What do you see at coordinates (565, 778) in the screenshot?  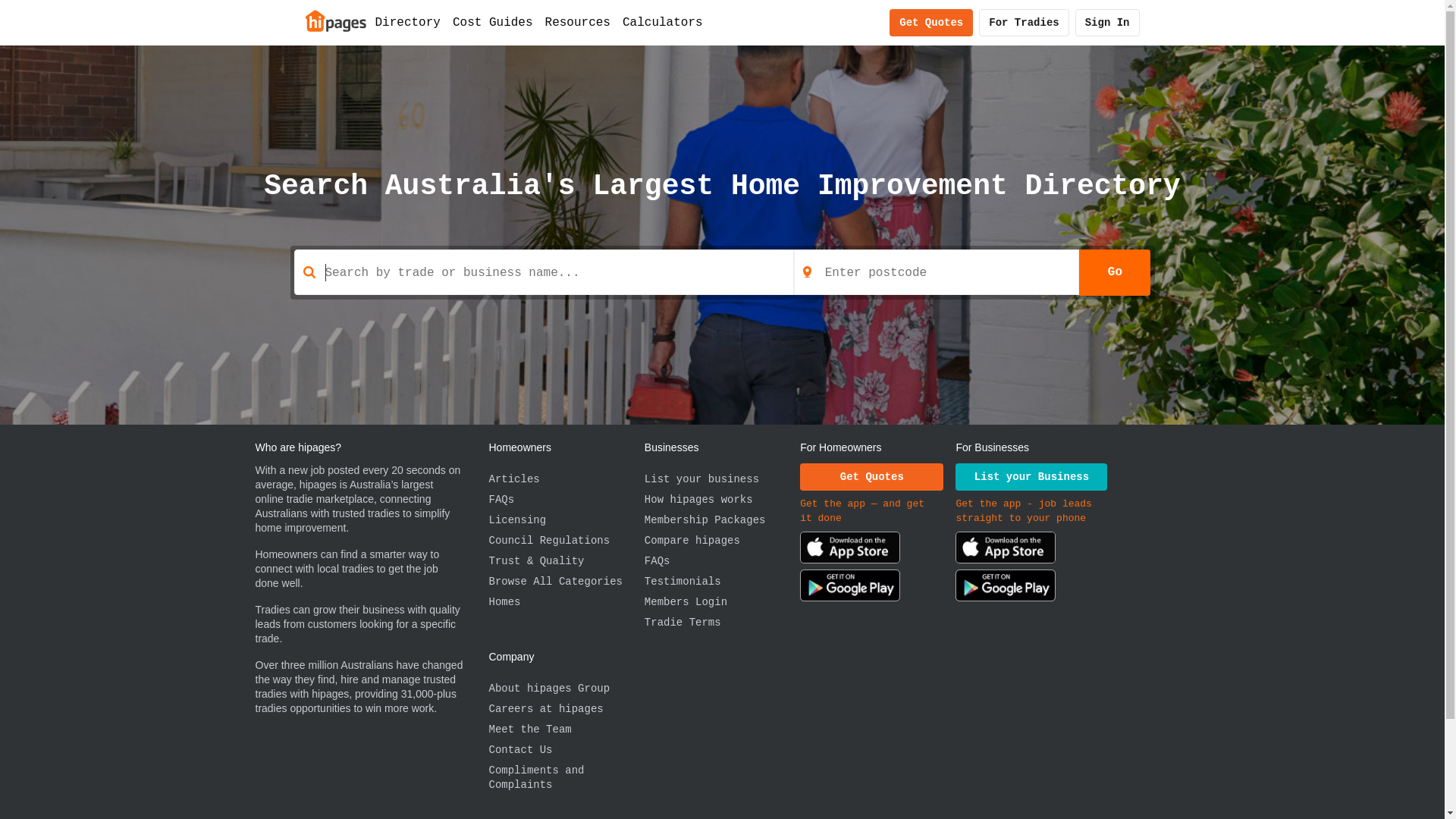 I see `'Compliments and Complaints'` at bounding box center [565, 778].